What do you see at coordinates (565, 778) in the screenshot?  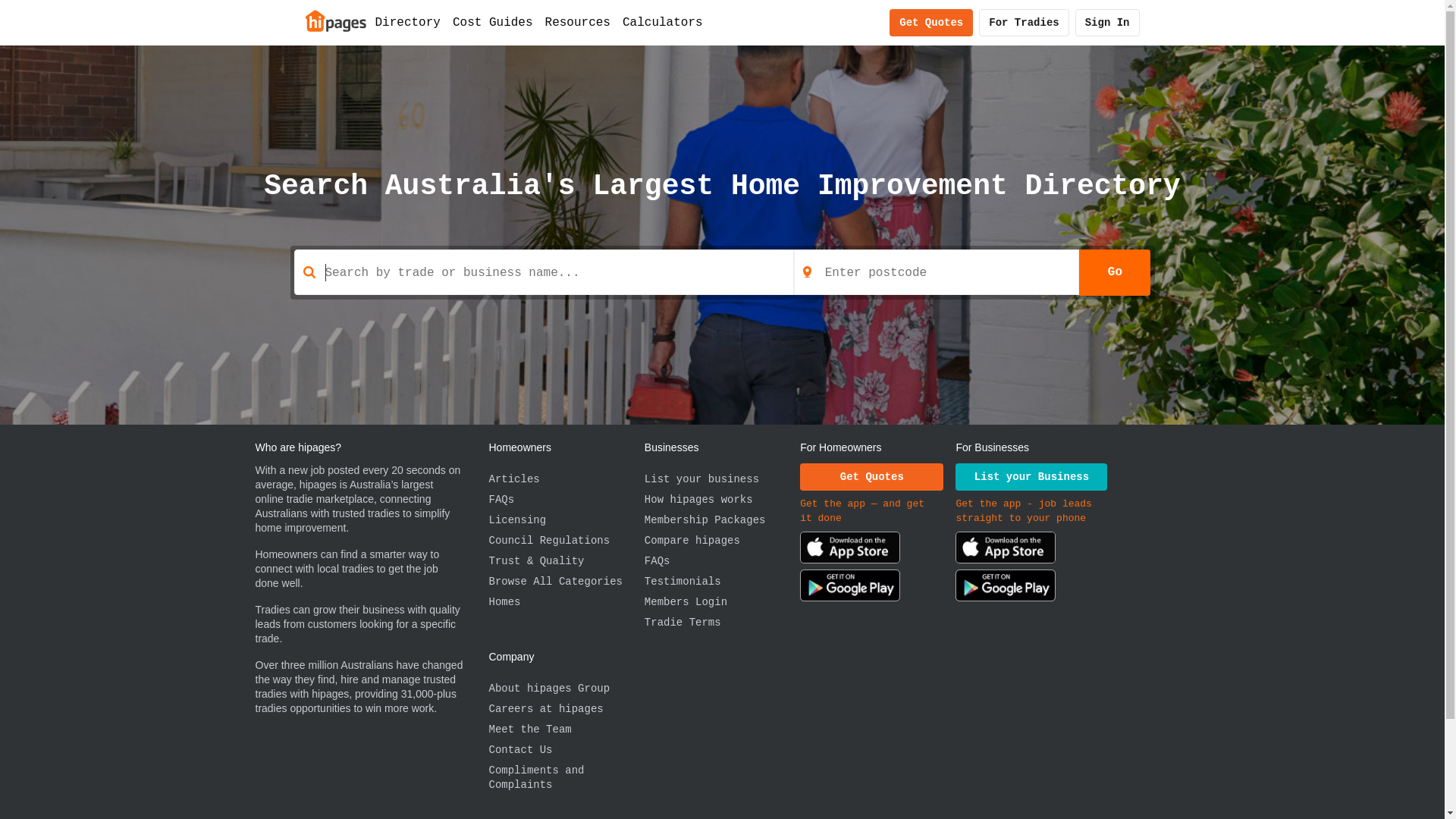 I see `'Compliments and Complaints'` at bounding box center [565, 778].